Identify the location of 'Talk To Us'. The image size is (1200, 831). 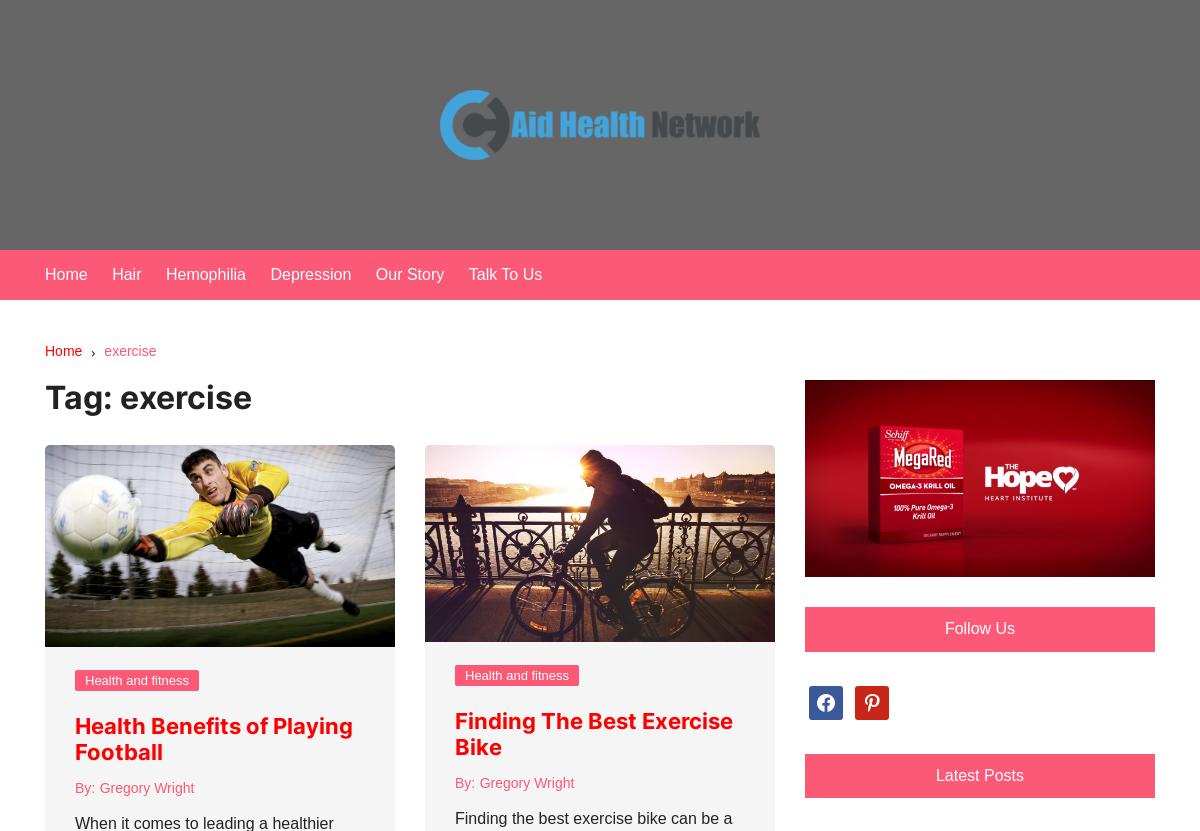
(467, 273).